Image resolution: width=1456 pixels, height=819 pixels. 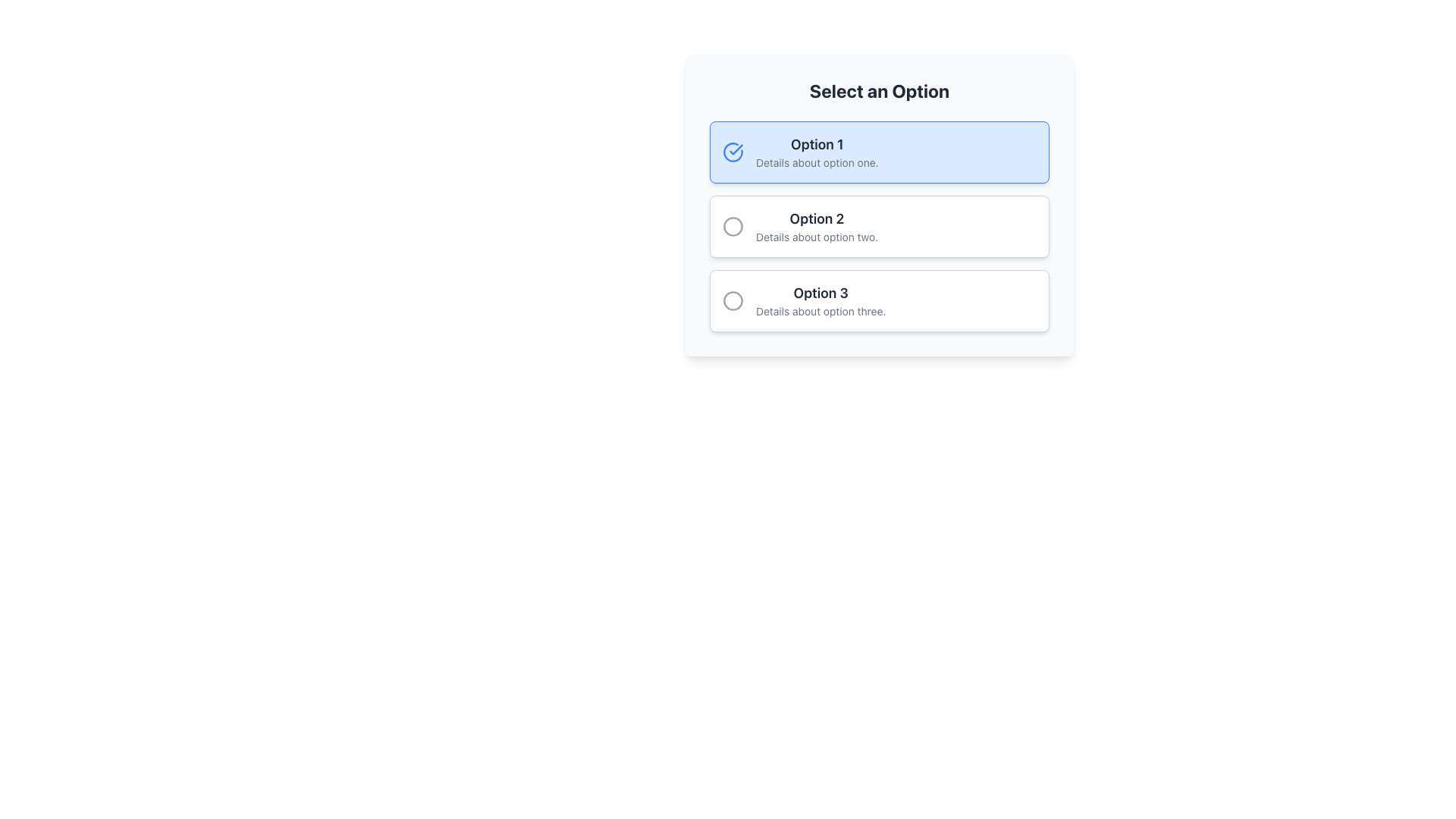 I want to click on the SVG graphic circle element that serves as a visual indicator for the second option ('Option 2'), so click(x=733, y=227).